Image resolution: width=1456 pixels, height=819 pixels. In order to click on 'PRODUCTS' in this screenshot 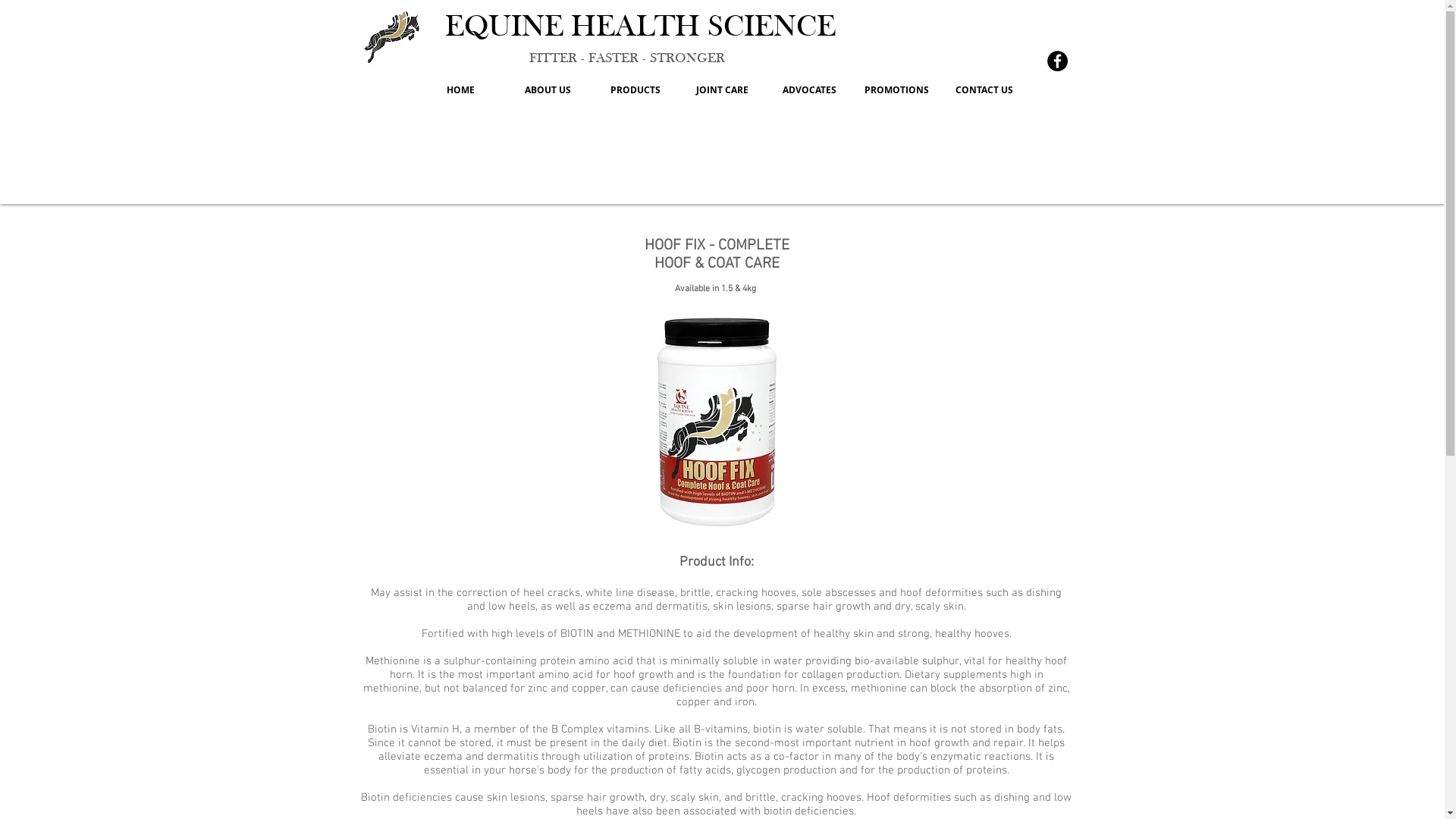, I will do `click(635, 90)`.